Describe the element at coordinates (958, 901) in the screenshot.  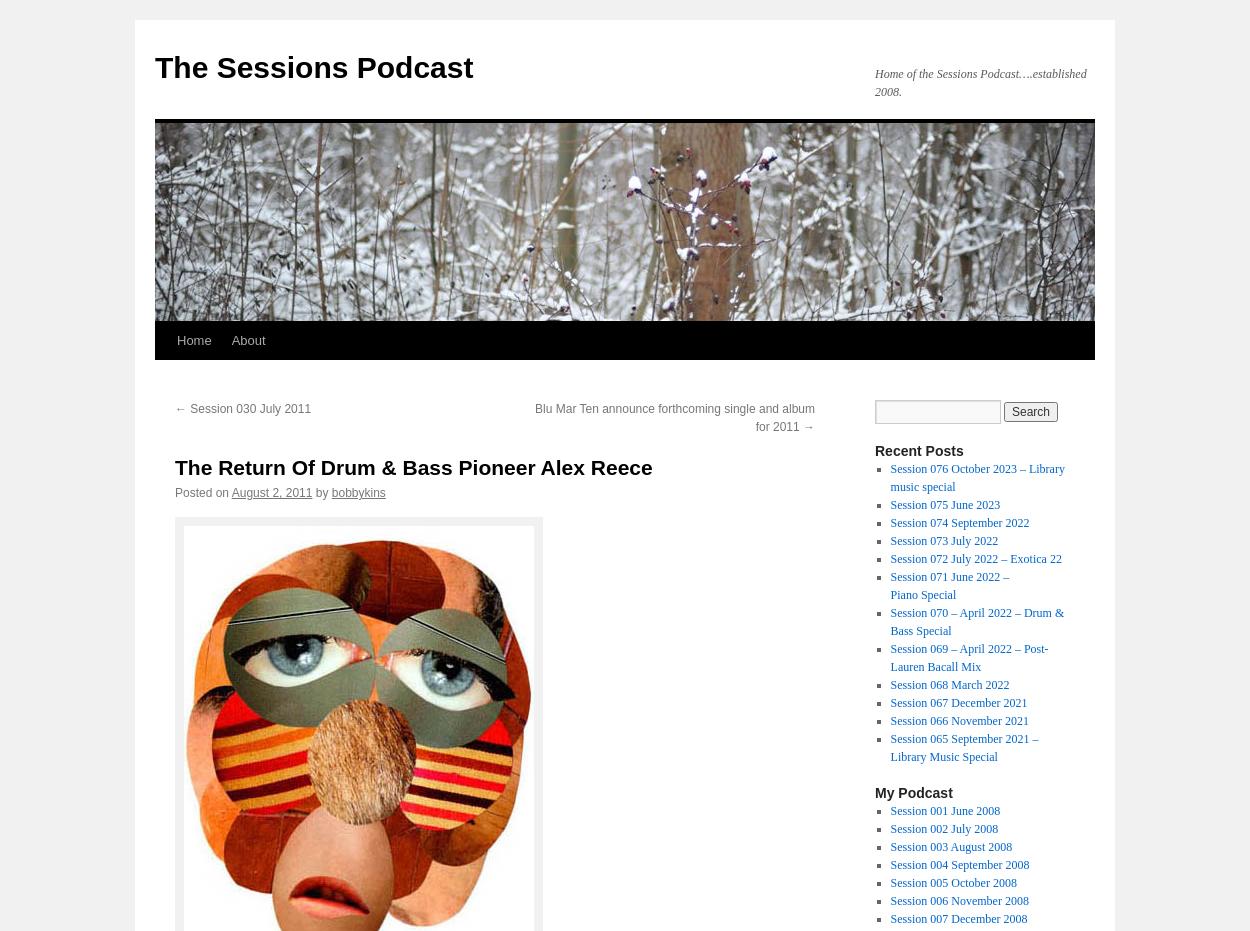
I see `'Session 006 November 2008'` at that location.